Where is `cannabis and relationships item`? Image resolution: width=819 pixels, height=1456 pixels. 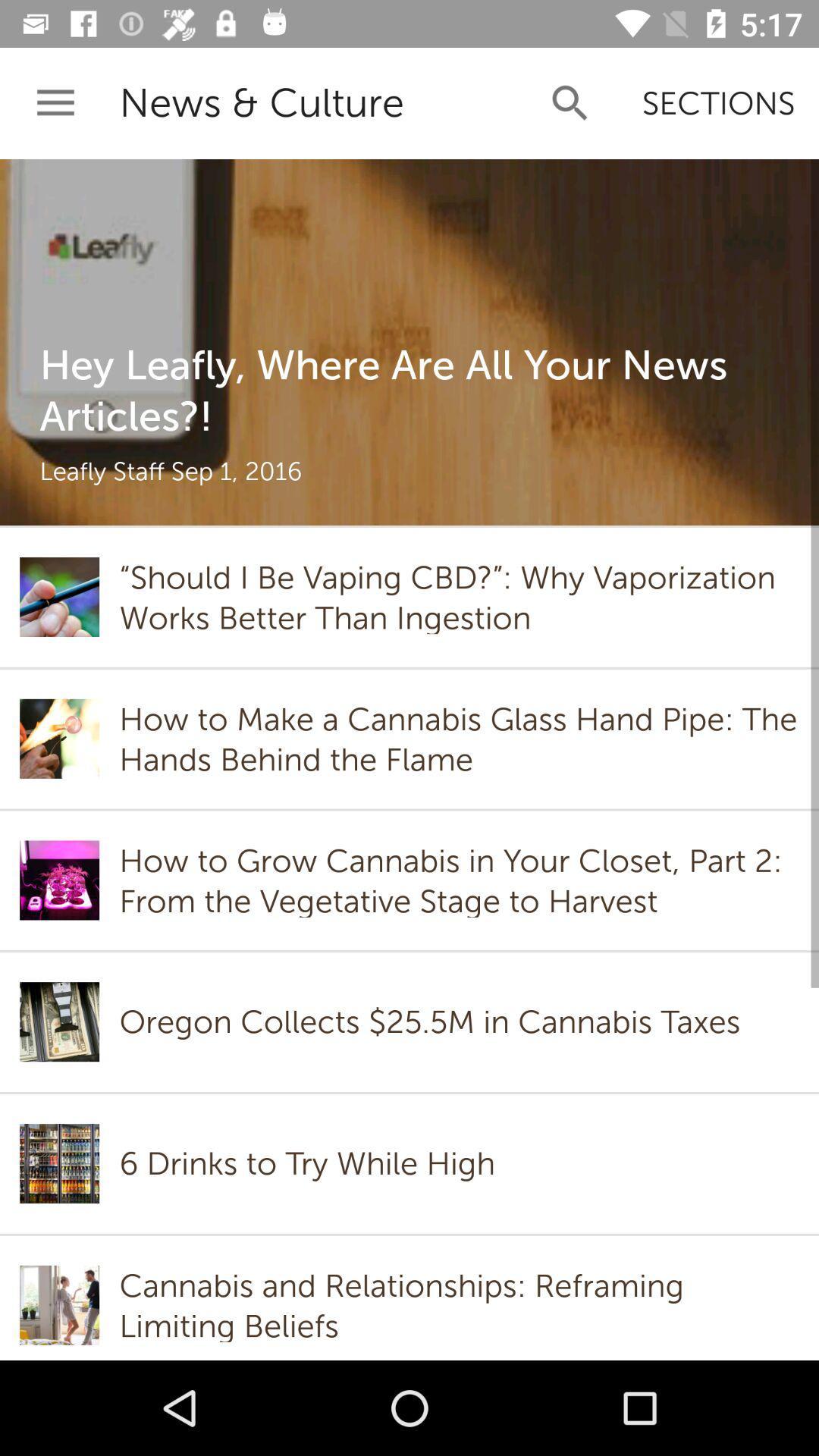
cannabis and relationships item is located at coordinates (458, 1304).